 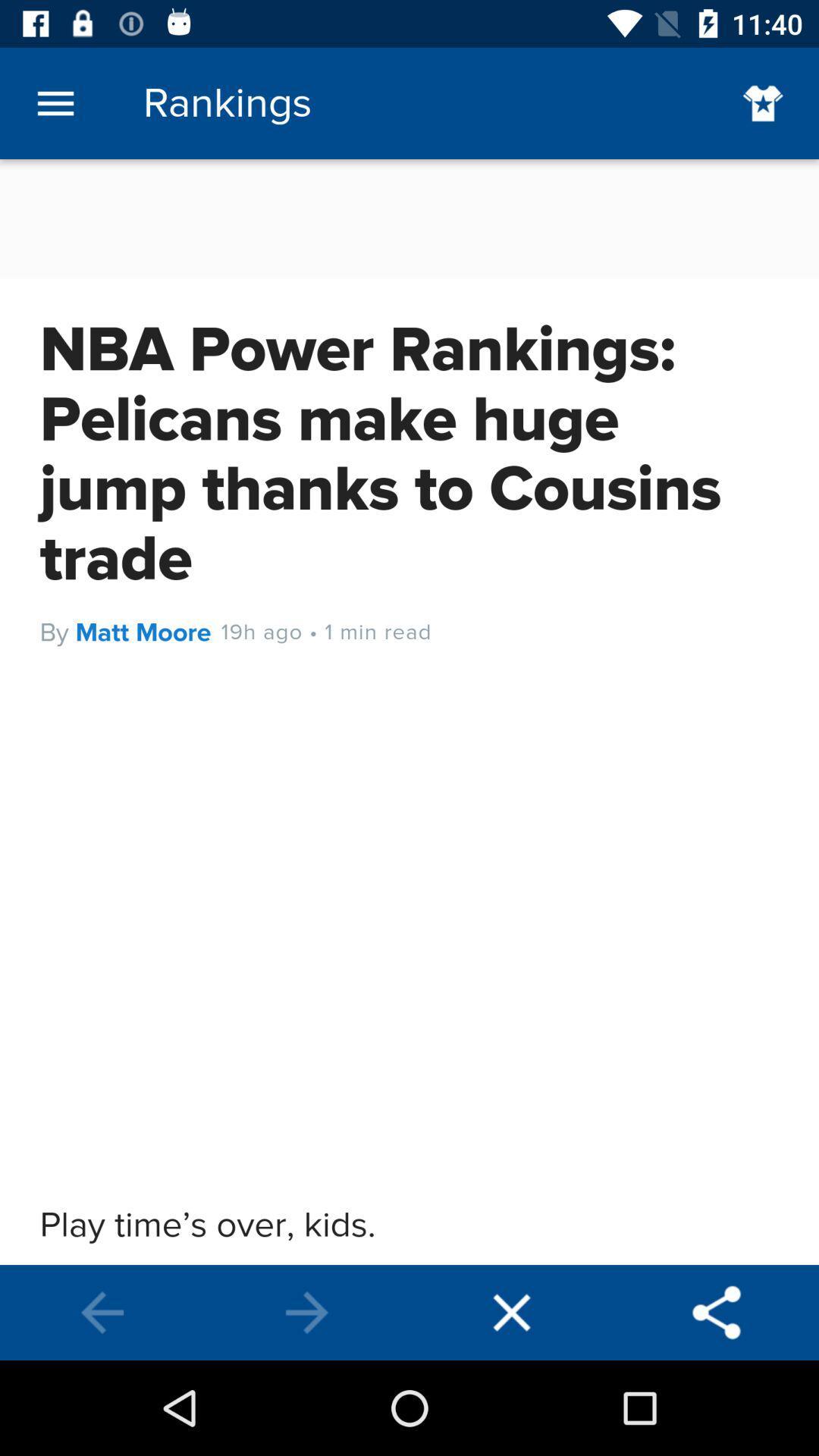 What do you see at coordinates (409, 711) in the screenshot?
I see `rankings page` at bounding box center [409, 711].